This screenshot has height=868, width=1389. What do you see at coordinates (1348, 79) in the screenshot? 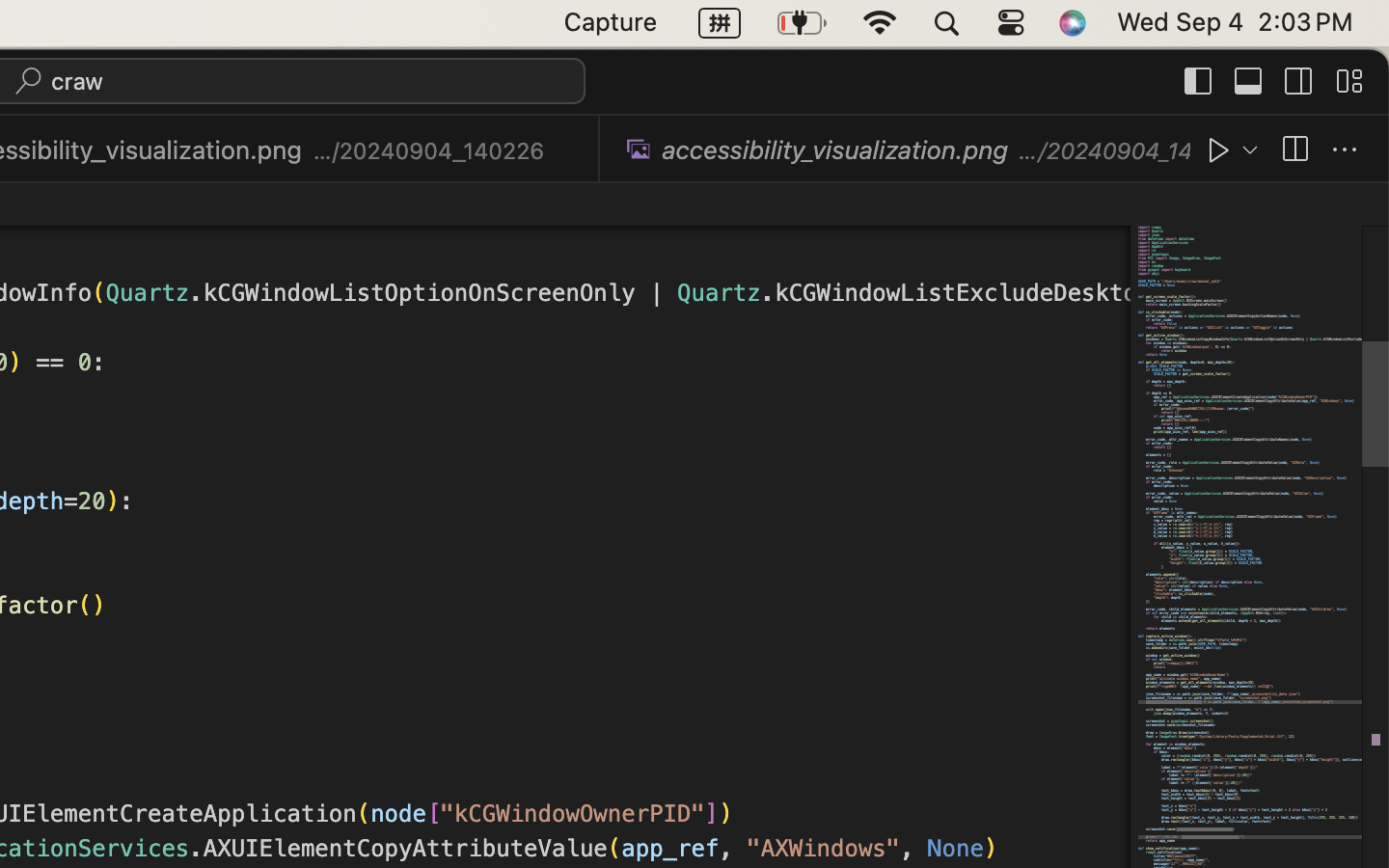
I see `''` at bounding box center [1348, 79].